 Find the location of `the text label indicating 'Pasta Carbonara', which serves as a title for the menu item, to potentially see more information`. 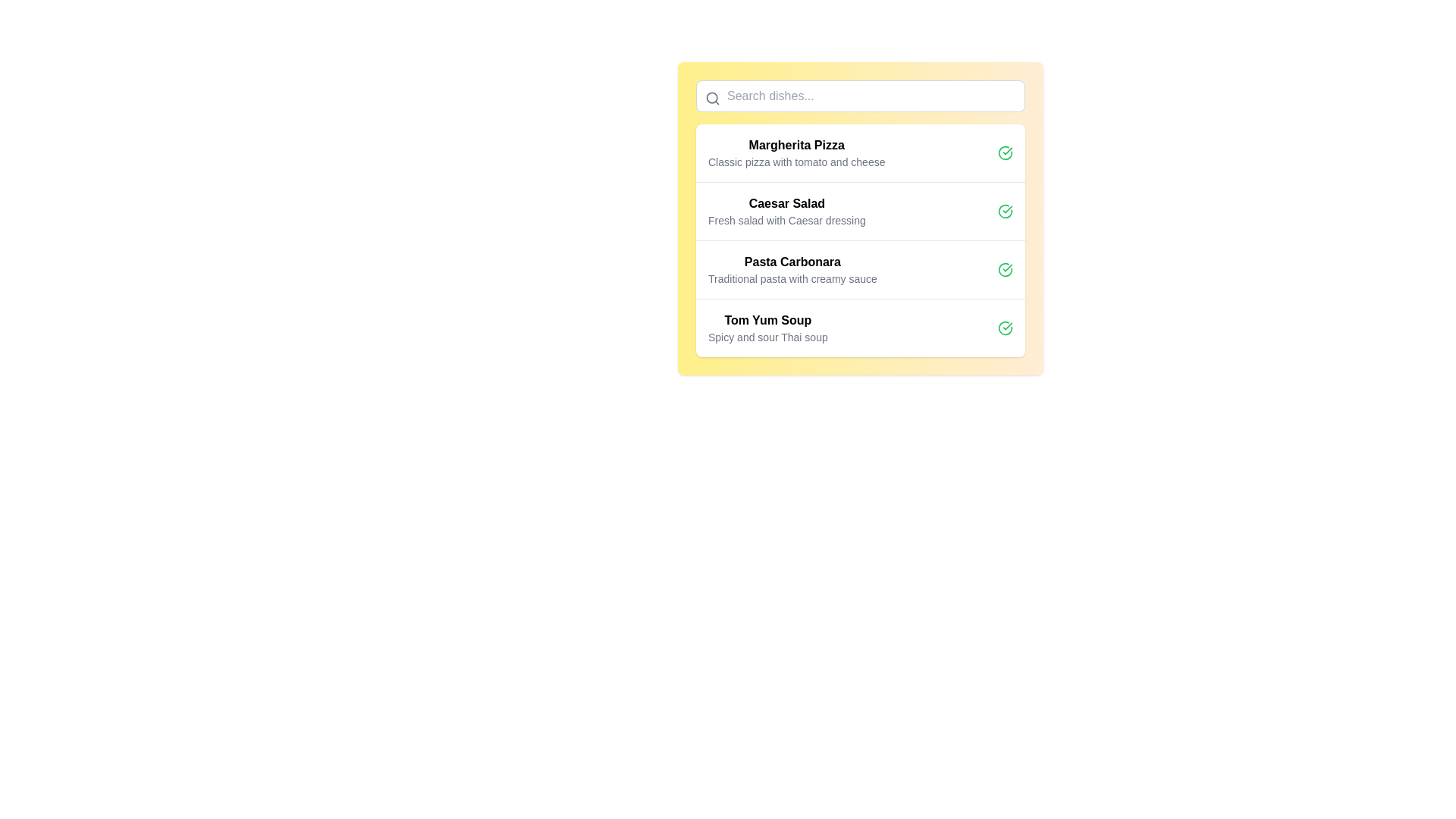

the text label indicating 'Pasta Carbonara', which serves as a title for the menu item, to potentially see more information is located at coordinates (792, 262).